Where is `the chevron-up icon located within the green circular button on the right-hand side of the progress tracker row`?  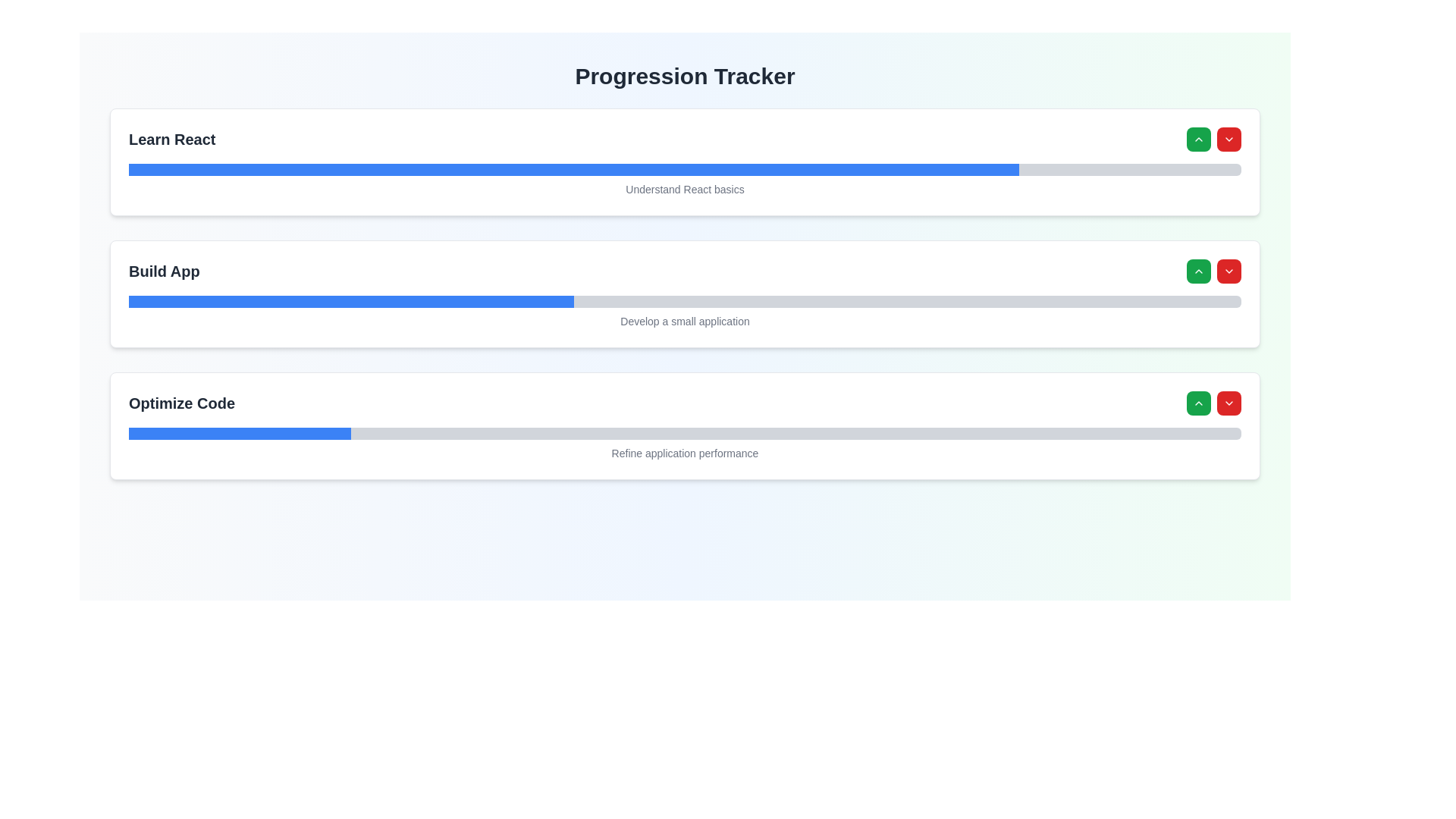
the chevron-up icon located within the green circular button on the right-hand side of the progress tracker row is located at coordinates (1197, 271).